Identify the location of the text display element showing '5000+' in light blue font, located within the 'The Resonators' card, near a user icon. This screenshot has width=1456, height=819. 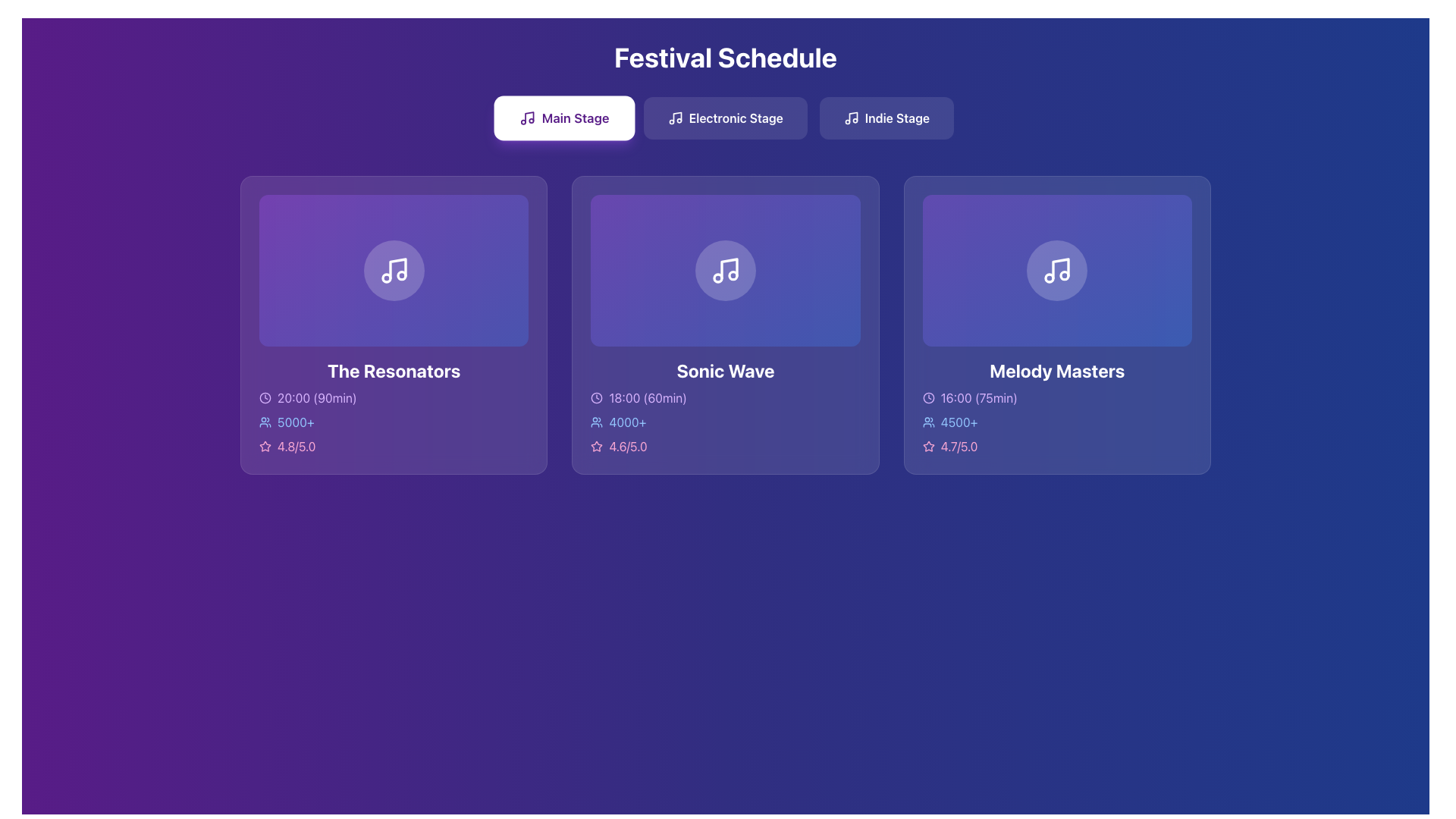
(296, 422).